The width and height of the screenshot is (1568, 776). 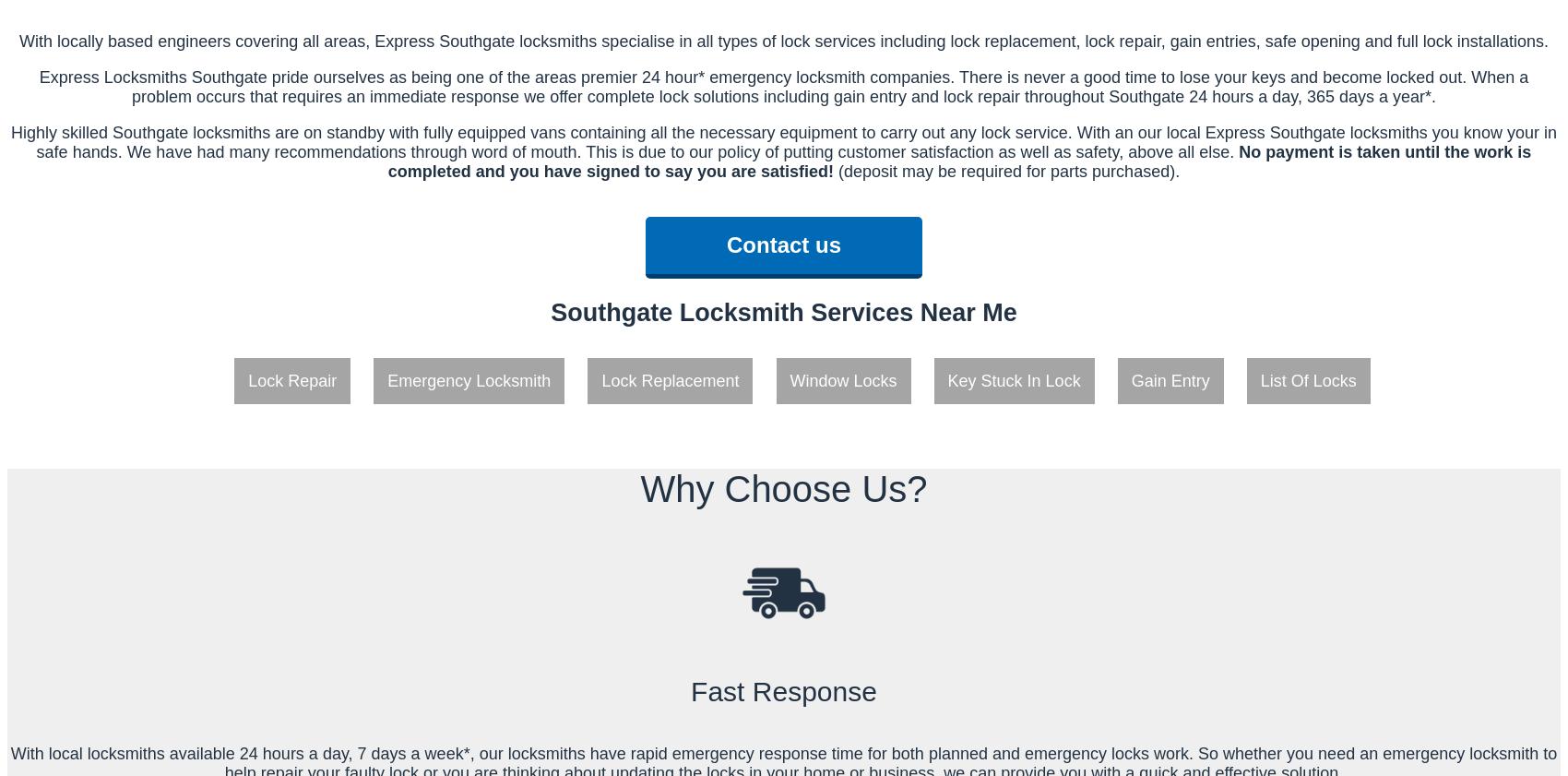 What do you see at coordinates (782, 487) in the screenshot?
I see `'Why Choose Us?'` at bounding box center [782, 487].